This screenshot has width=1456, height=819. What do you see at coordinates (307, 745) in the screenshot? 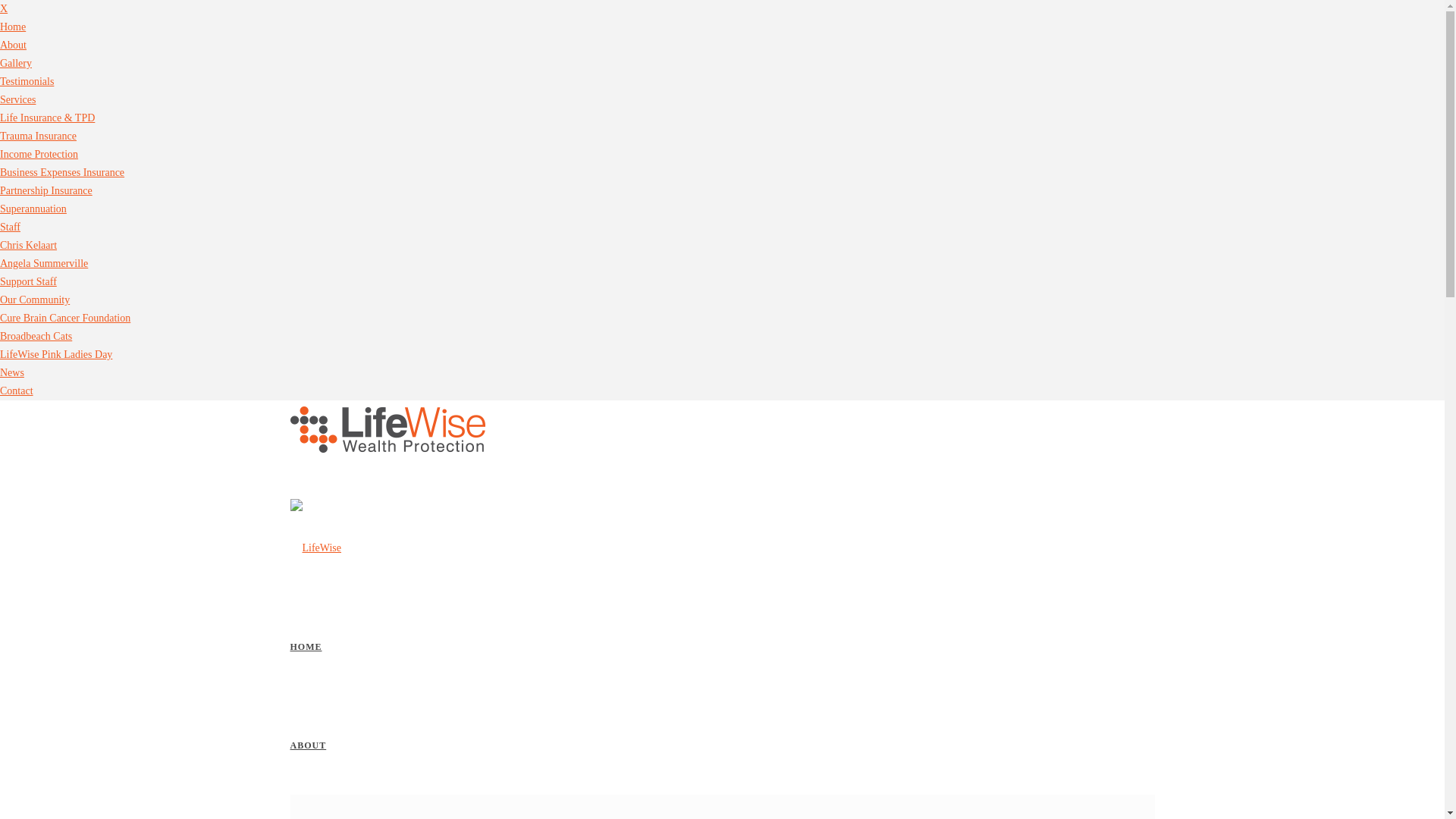
I see `'ABOUT'` at bounding box center [307, 745].